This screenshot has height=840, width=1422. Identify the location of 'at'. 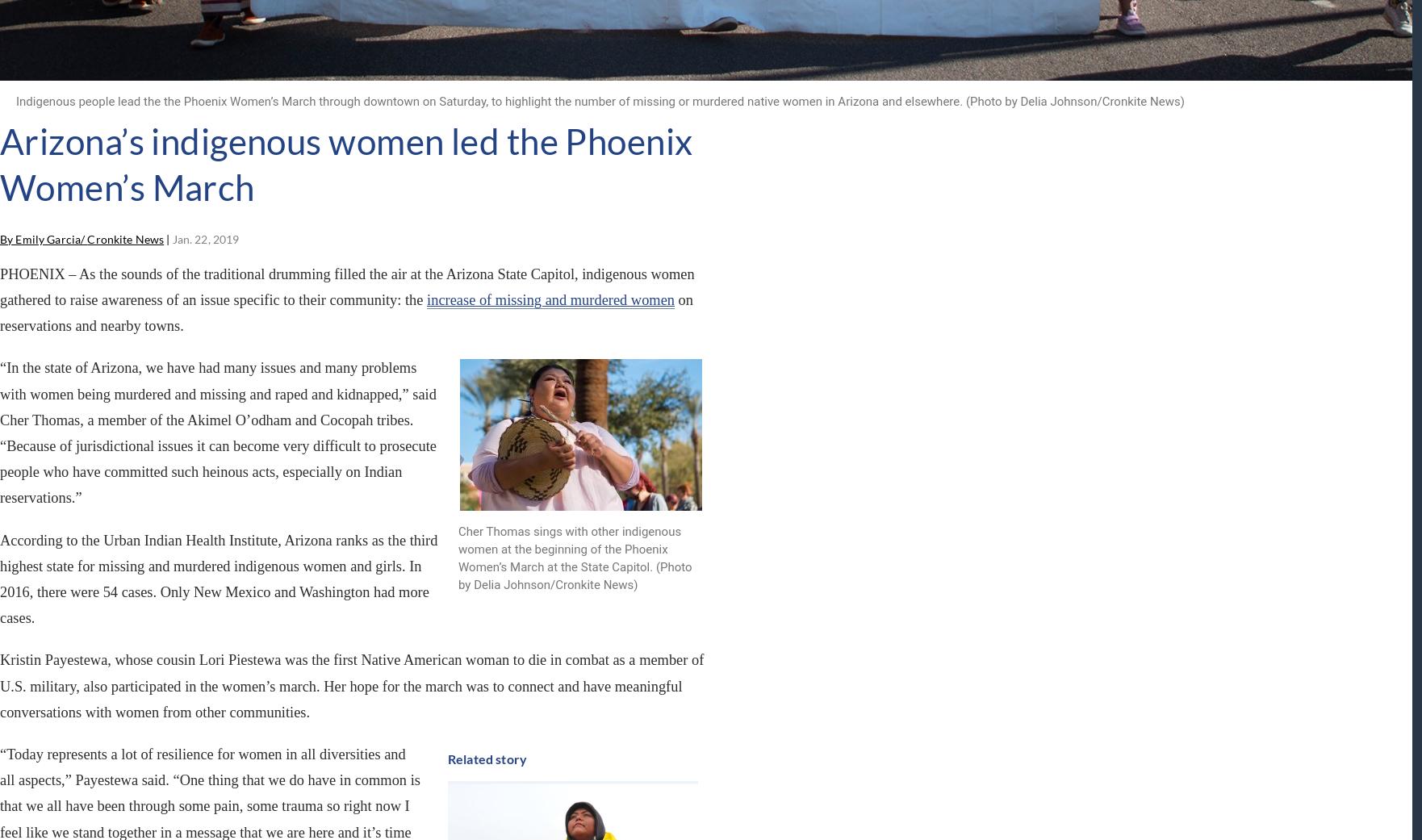
(282, 640).